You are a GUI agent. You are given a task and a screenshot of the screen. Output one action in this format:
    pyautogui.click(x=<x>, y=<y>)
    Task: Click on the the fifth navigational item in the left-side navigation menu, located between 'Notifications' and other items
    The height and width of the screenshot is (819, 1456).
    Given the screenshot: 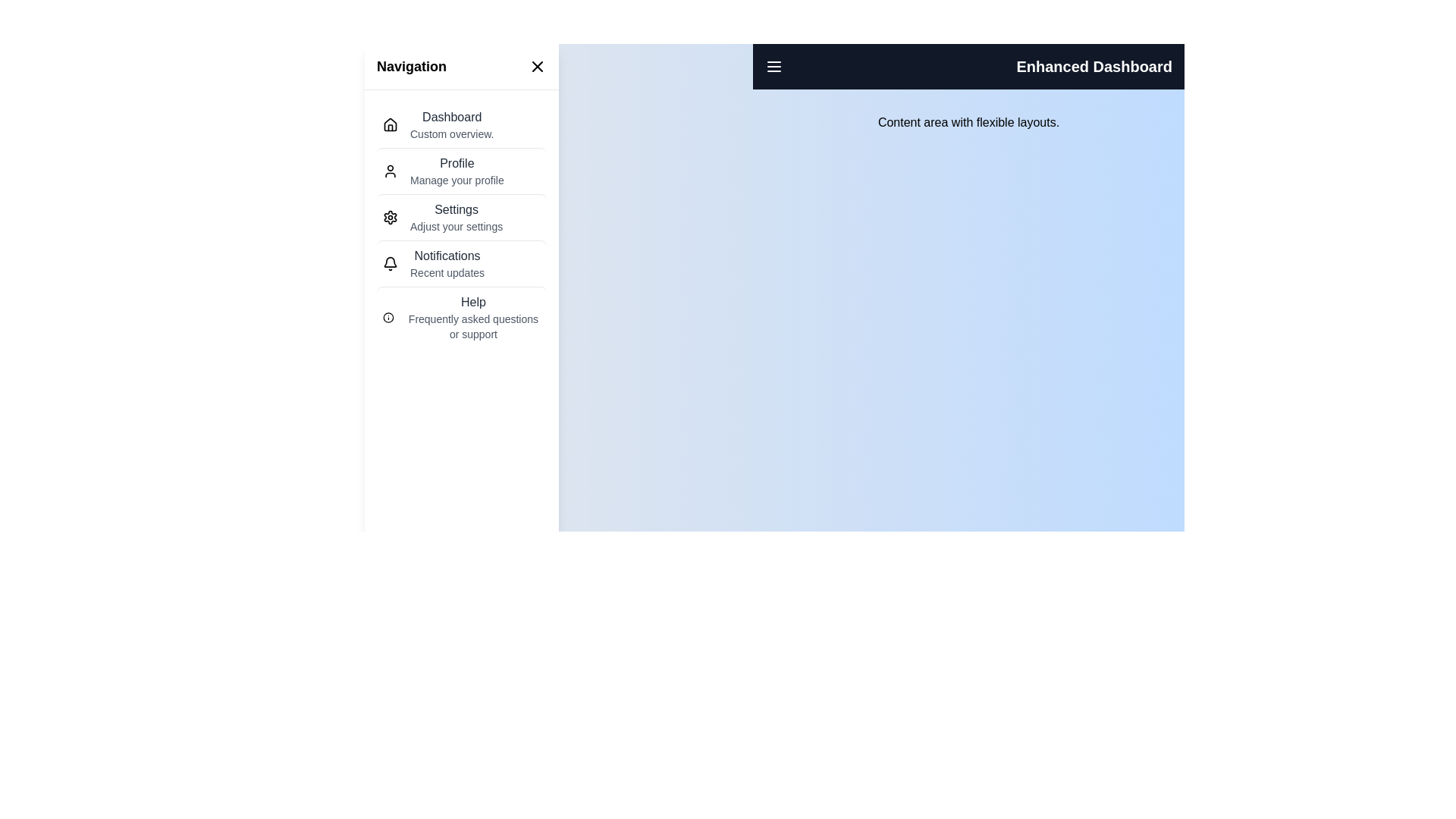 What is the action you would take?
    pyautogui.click(x=472, y=317)
    